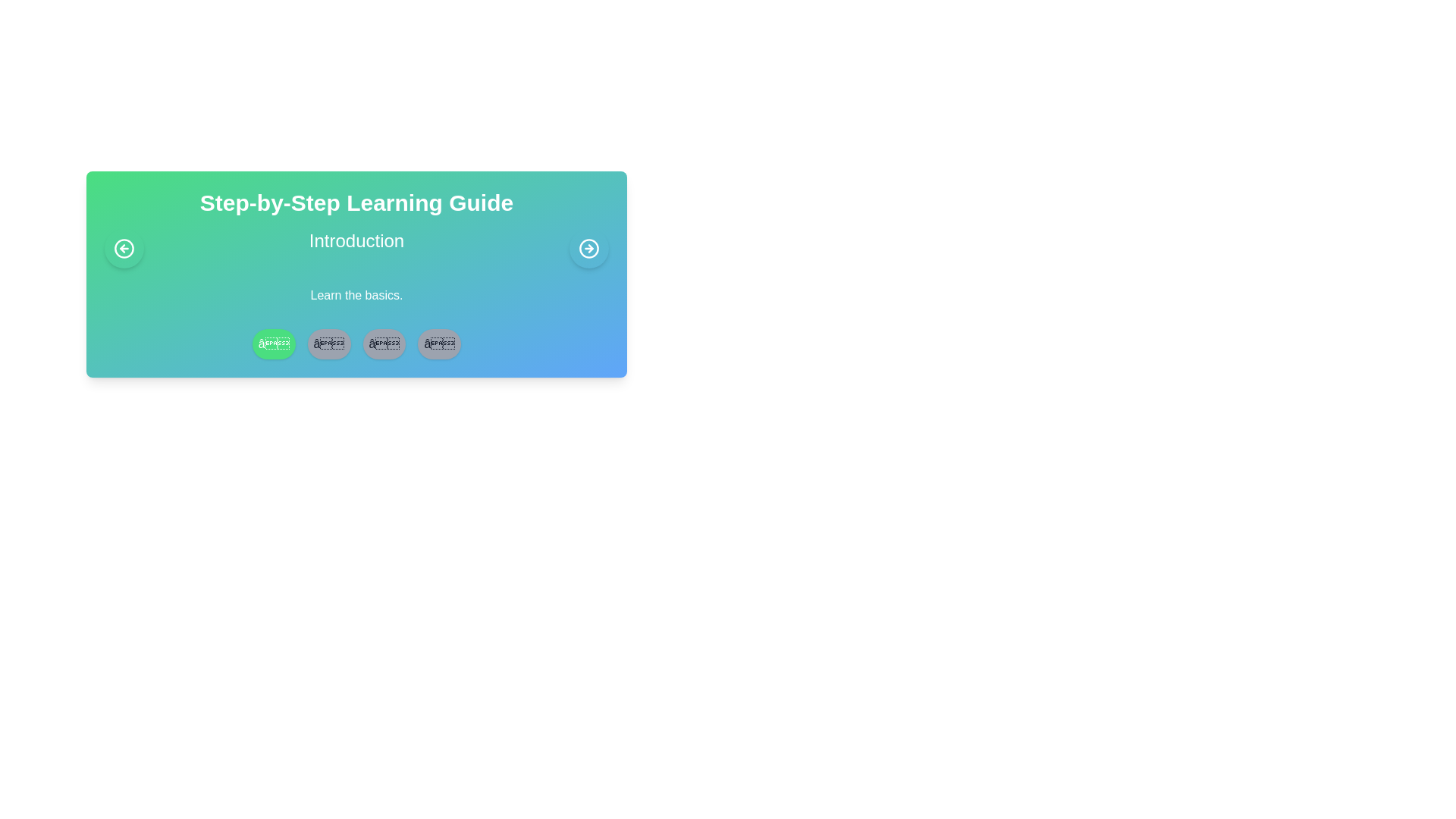  What do you see at coordinates (124, 247) in the screenshot?
I see `the decorative SVG circle located at the center of the icon on the top-left corner of the card` at bounding box center [124, 247].